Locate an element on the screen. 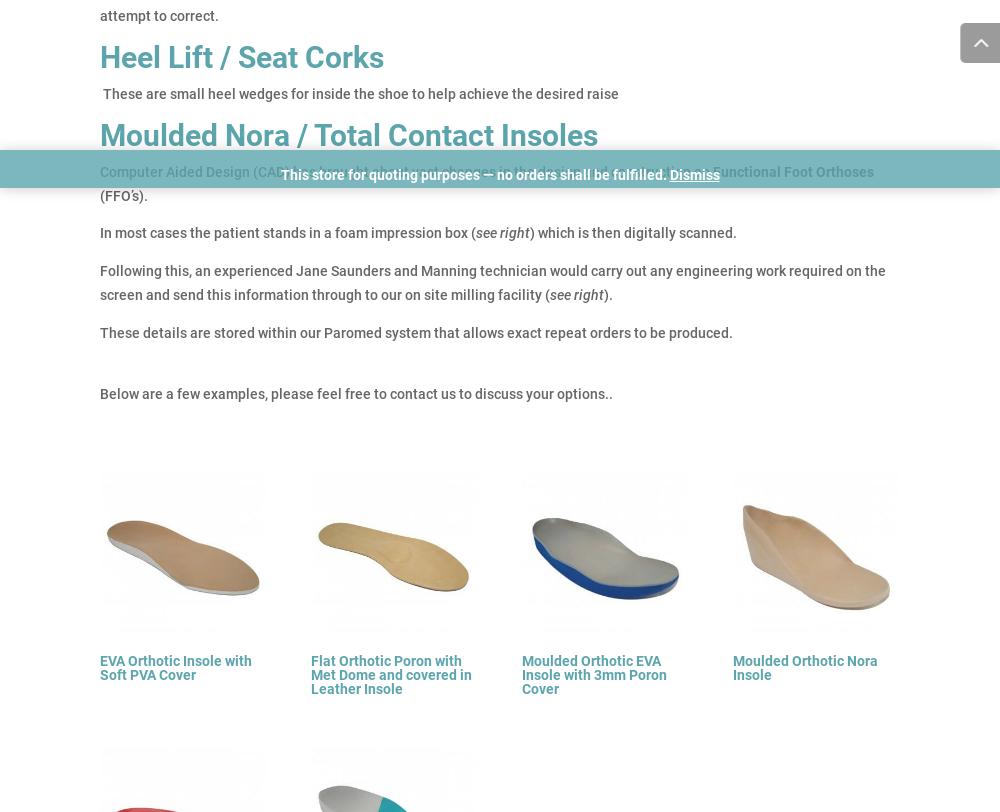  'In most cases the patient stands in a foam impression box (' is located at coordinates (288, 232).